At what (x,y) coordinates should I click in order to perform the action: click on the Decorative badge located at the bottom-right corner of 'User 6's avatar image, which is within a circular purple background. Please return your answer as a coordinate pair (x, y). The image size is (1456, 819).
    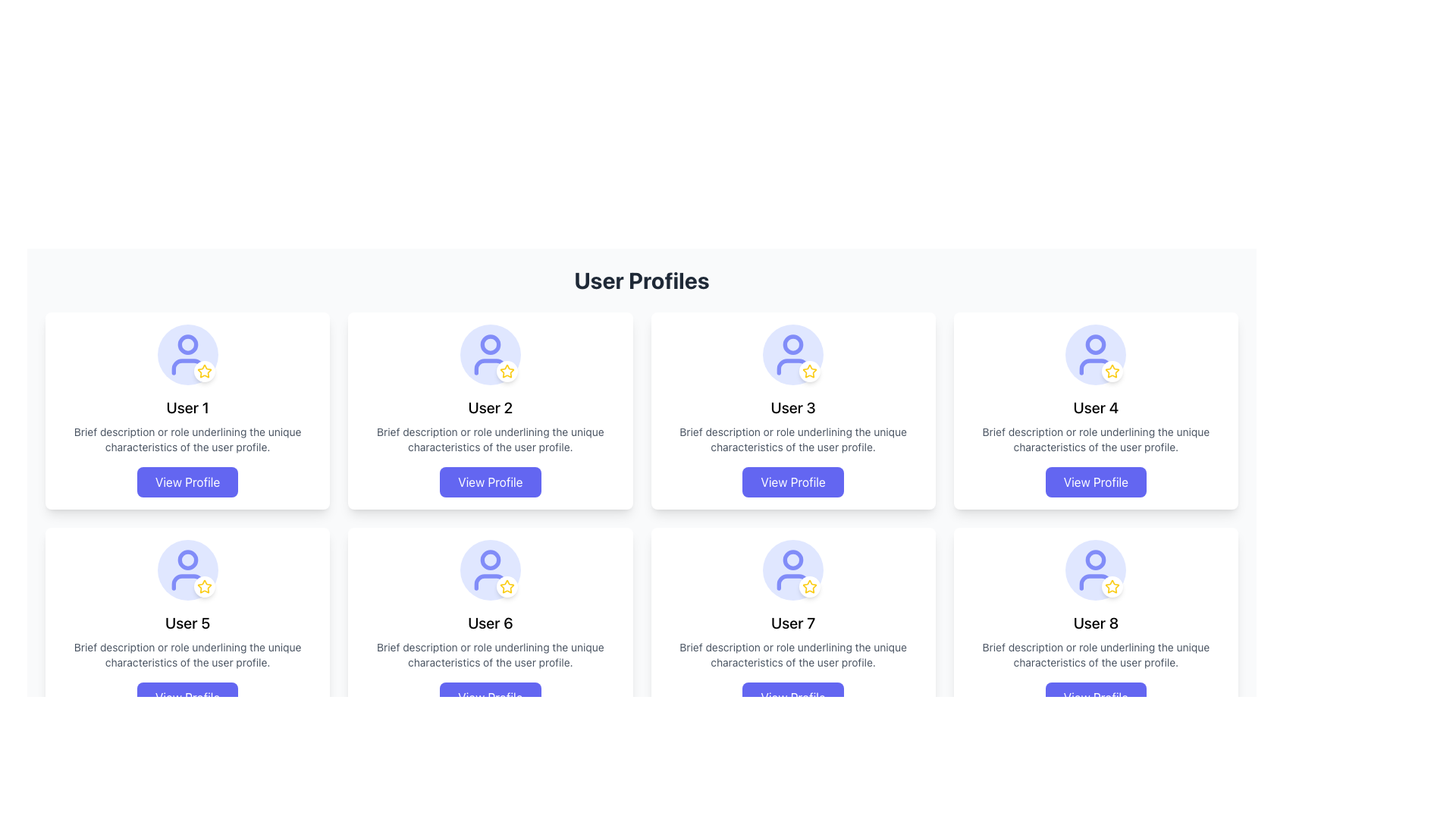
    Looking at the image, I should click on (507, 586).